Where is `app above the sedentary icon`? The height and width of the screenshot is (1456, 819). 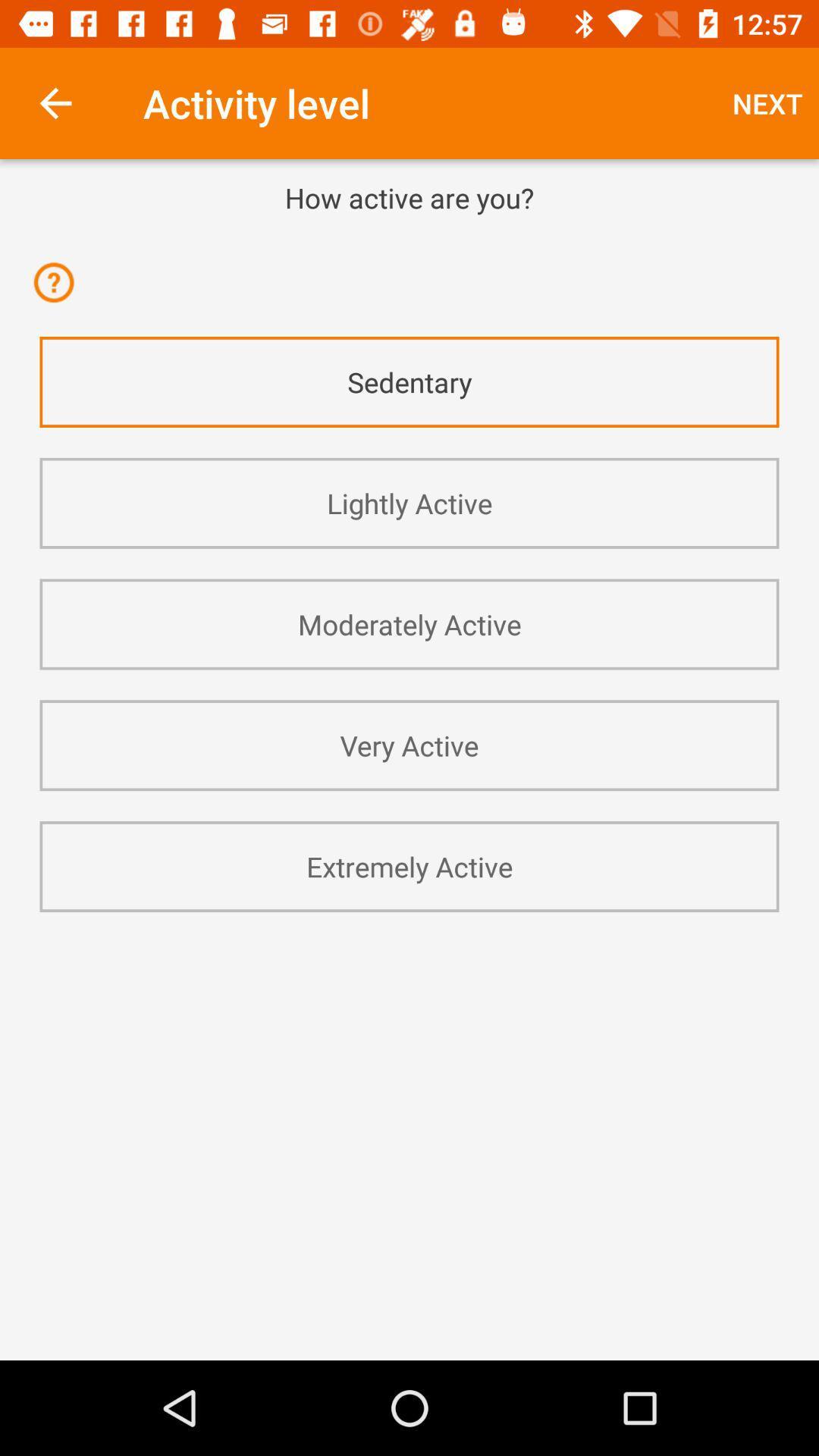
app above the sedentary icon is located at coordinates (58, 292).